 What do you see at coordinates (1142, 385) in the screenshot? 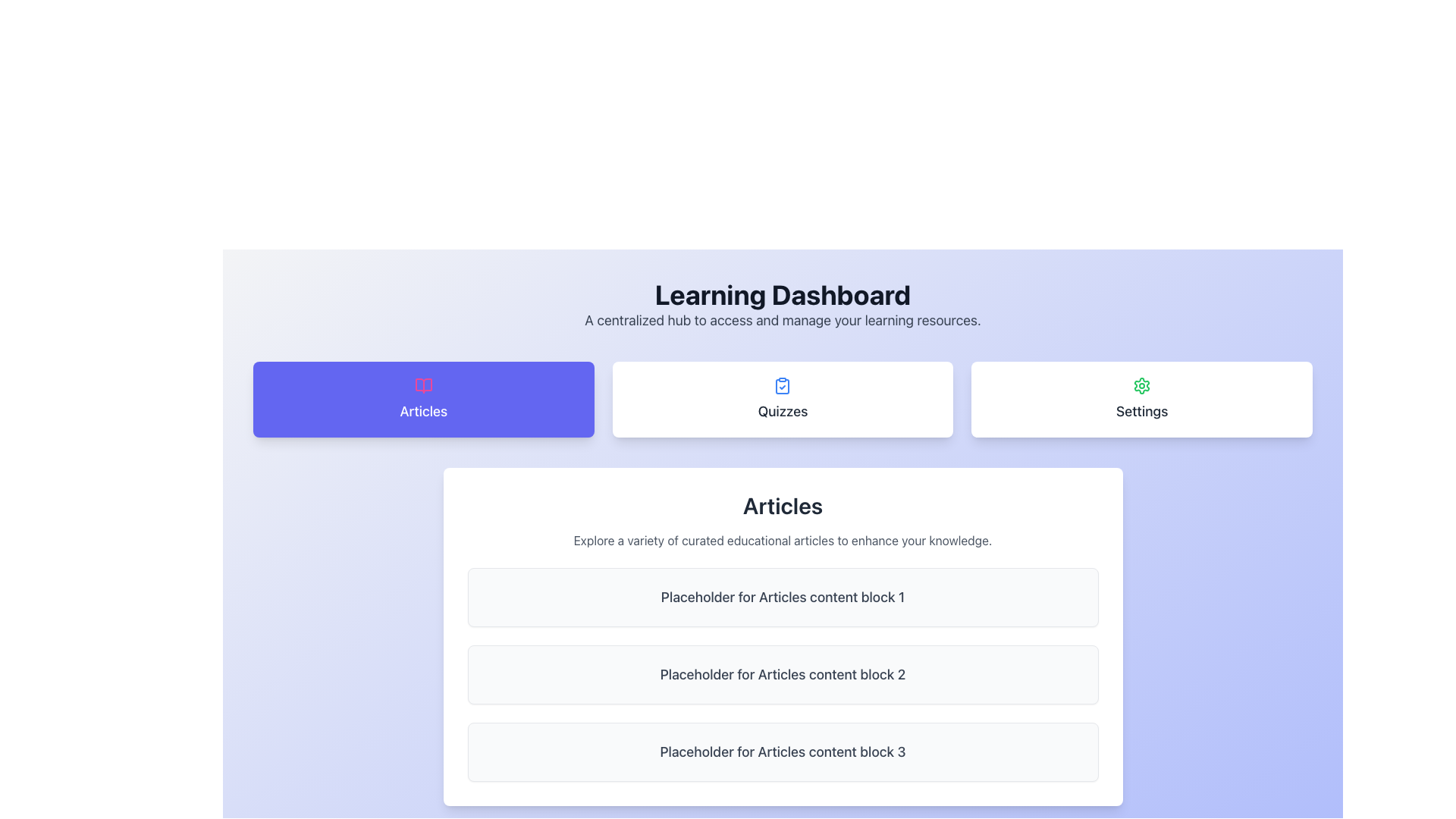
I see `the settings icon (gear/settings symbol) located in the top-right corner of the primary navigation bar, which indicates configuration options` at bounding box center [1142, 385].